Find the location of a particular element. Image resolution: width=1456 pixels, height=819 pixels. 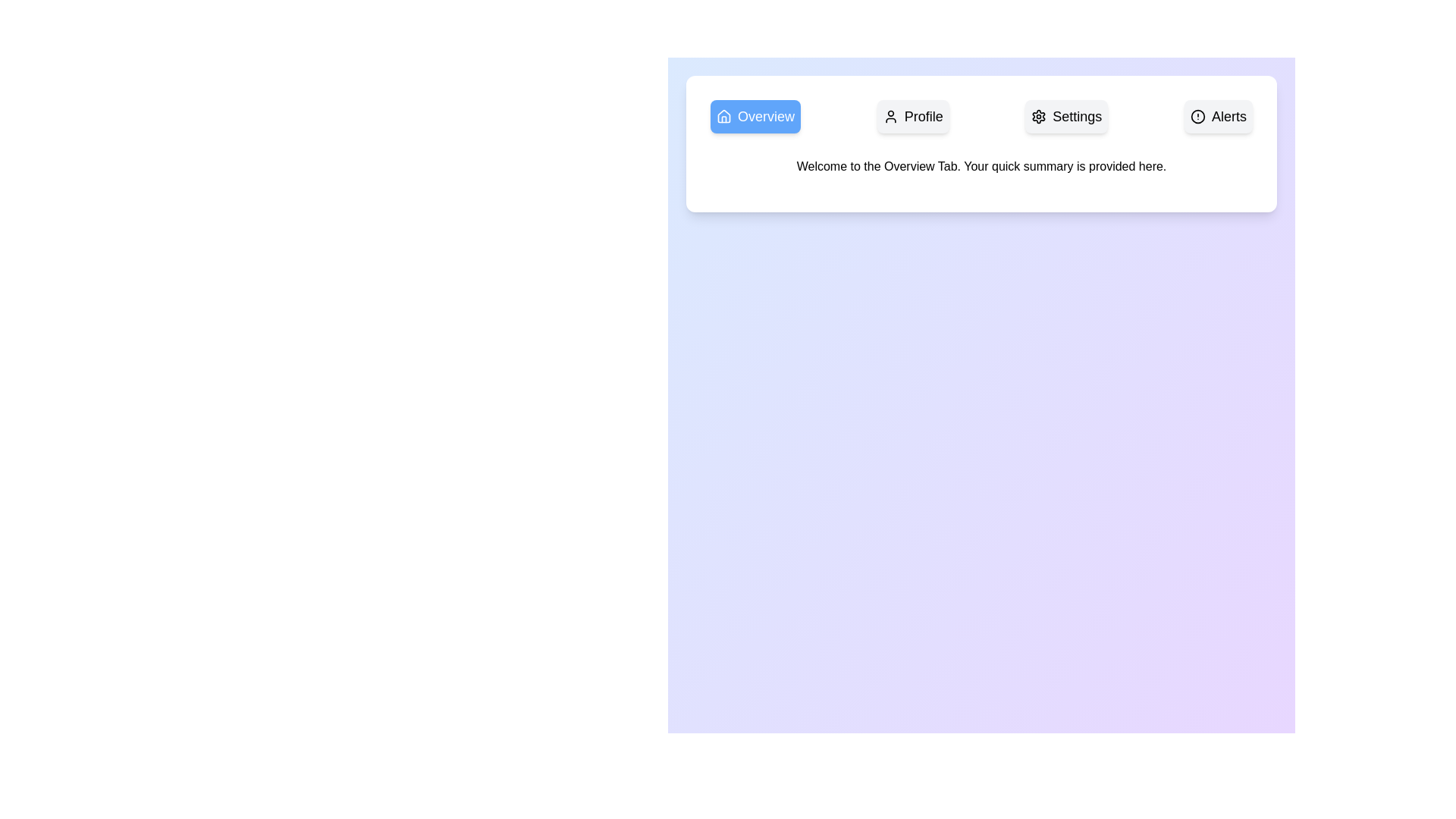

the 'Profile' button which contains the user-related functions icon located directly to the left of the word 'Profile' is located at coordinates (890, 116).